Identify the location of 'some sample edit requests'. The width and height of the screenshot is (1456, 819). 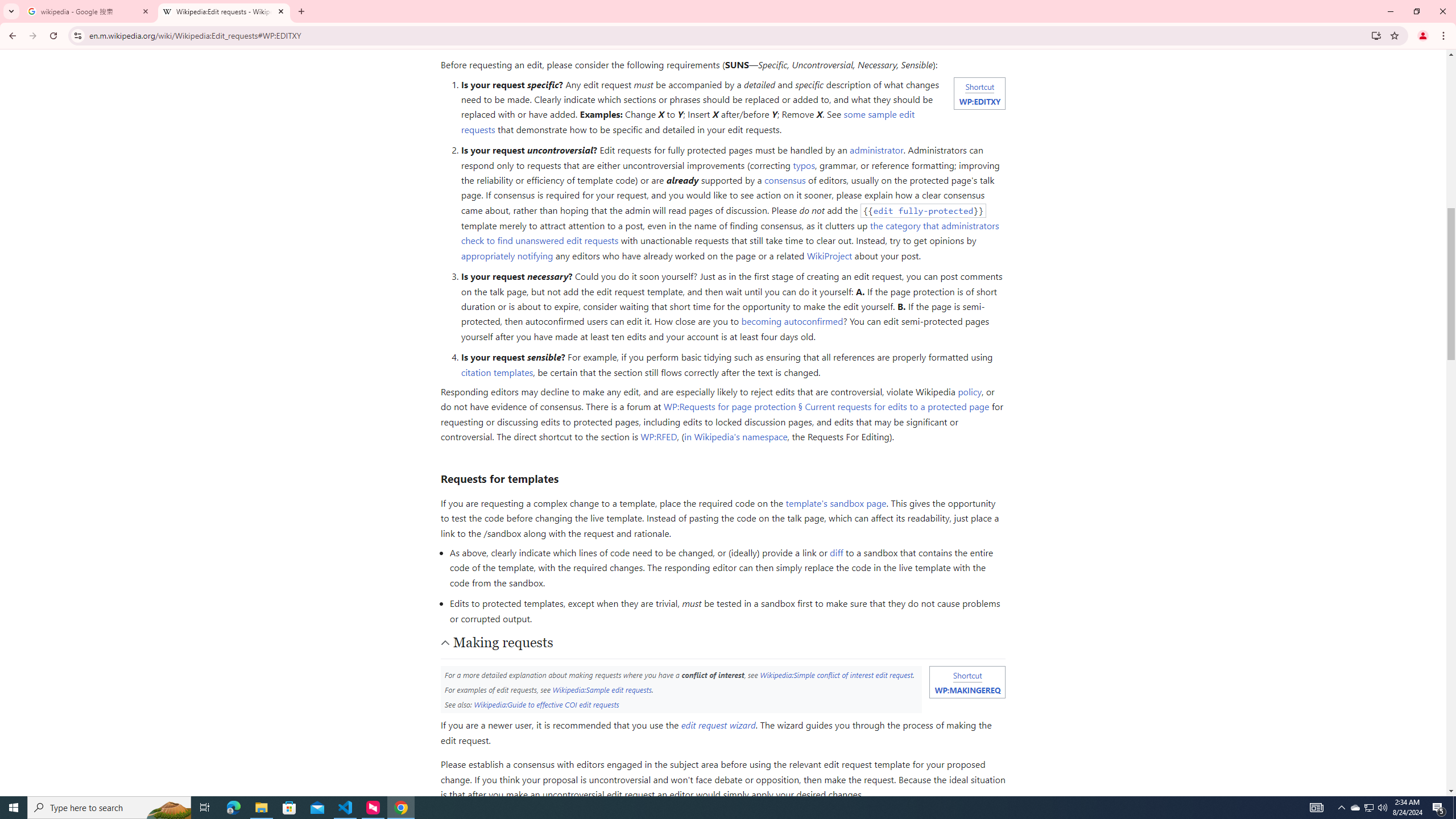
(687, 121).